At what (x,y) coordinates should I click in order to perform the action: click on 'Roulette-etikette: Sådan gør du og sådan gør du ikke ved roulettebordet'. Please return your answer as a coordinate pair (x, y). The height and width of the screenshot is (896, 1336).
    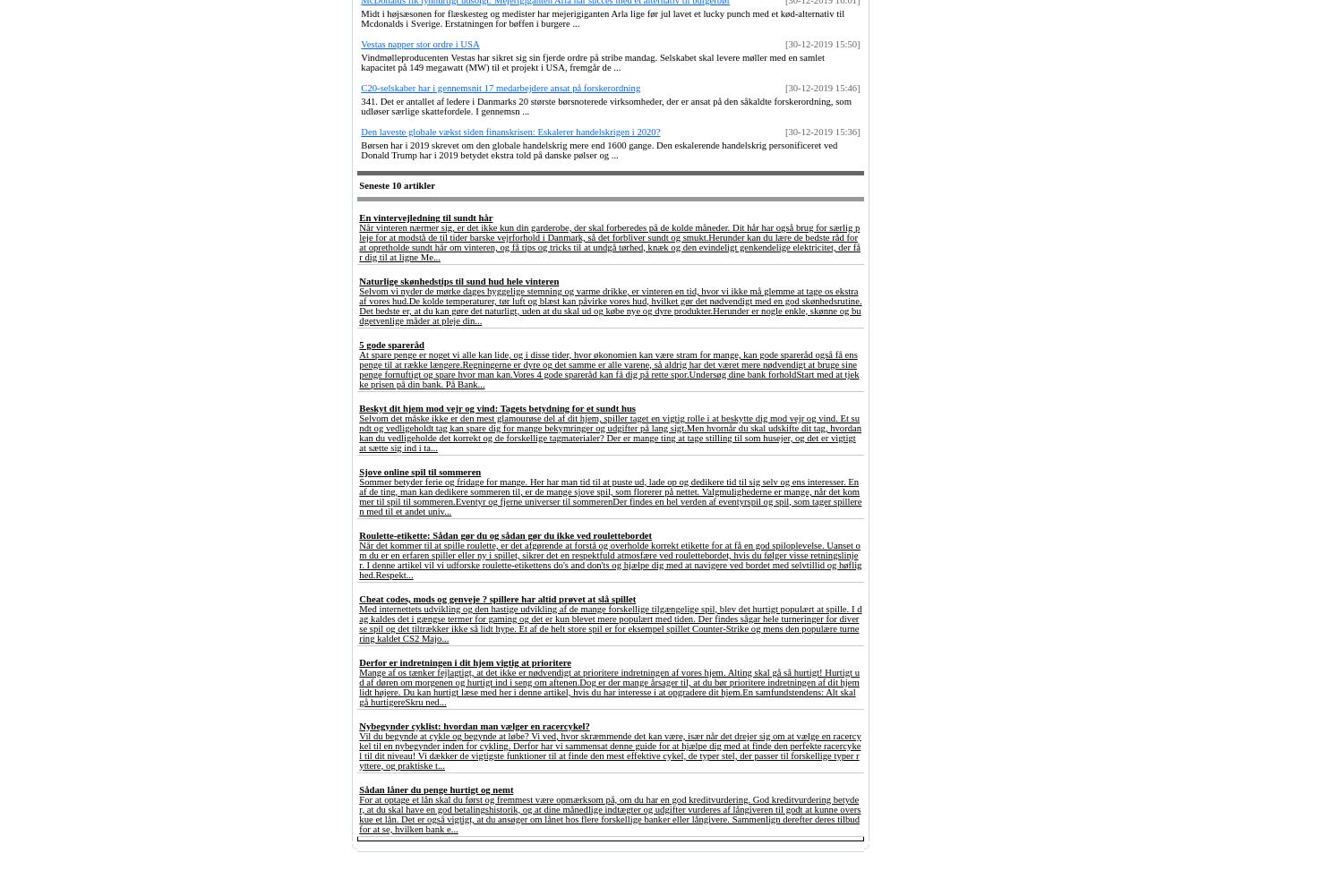
    Looking at the image, I should click on (504, 534).